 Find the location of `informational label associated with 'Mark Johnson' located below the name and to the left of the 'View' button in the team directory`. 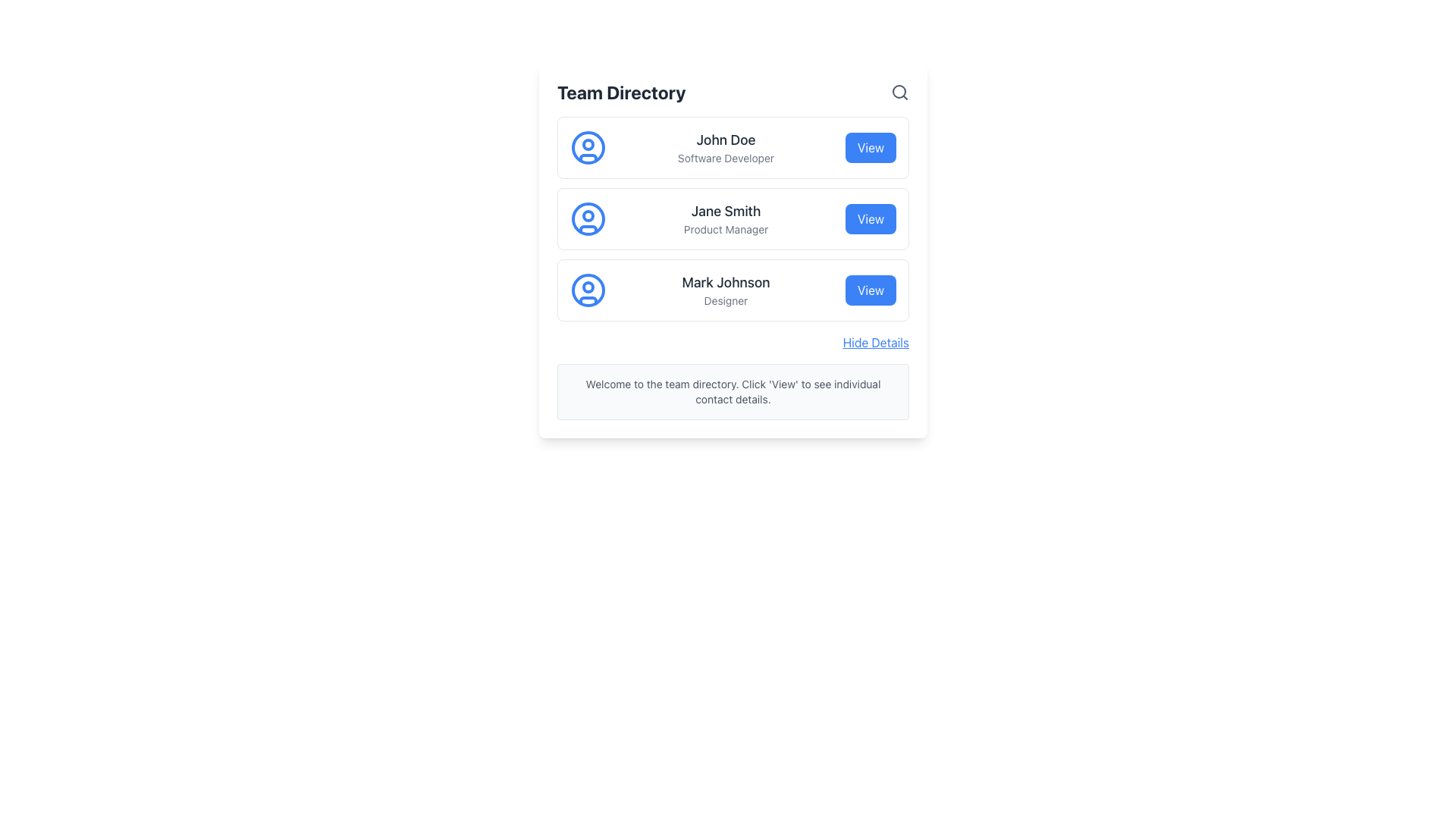

informational label associated with 'Mark Johnson' located below the name and to the left of the 'View' button in the team directory is located at coordinates (725, 301).